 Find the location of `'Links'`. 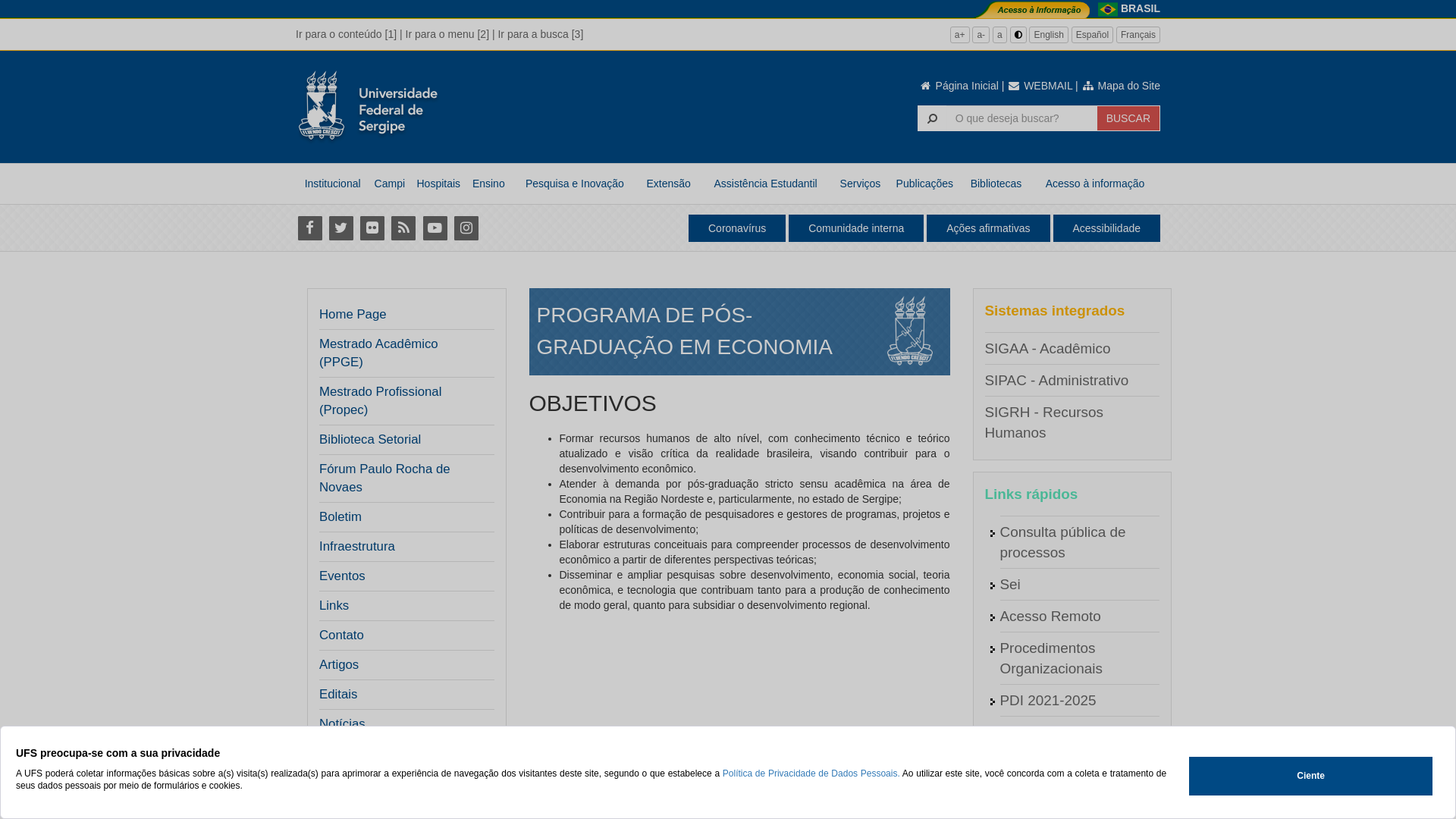

'Links' is located at coordinates (333, 604).